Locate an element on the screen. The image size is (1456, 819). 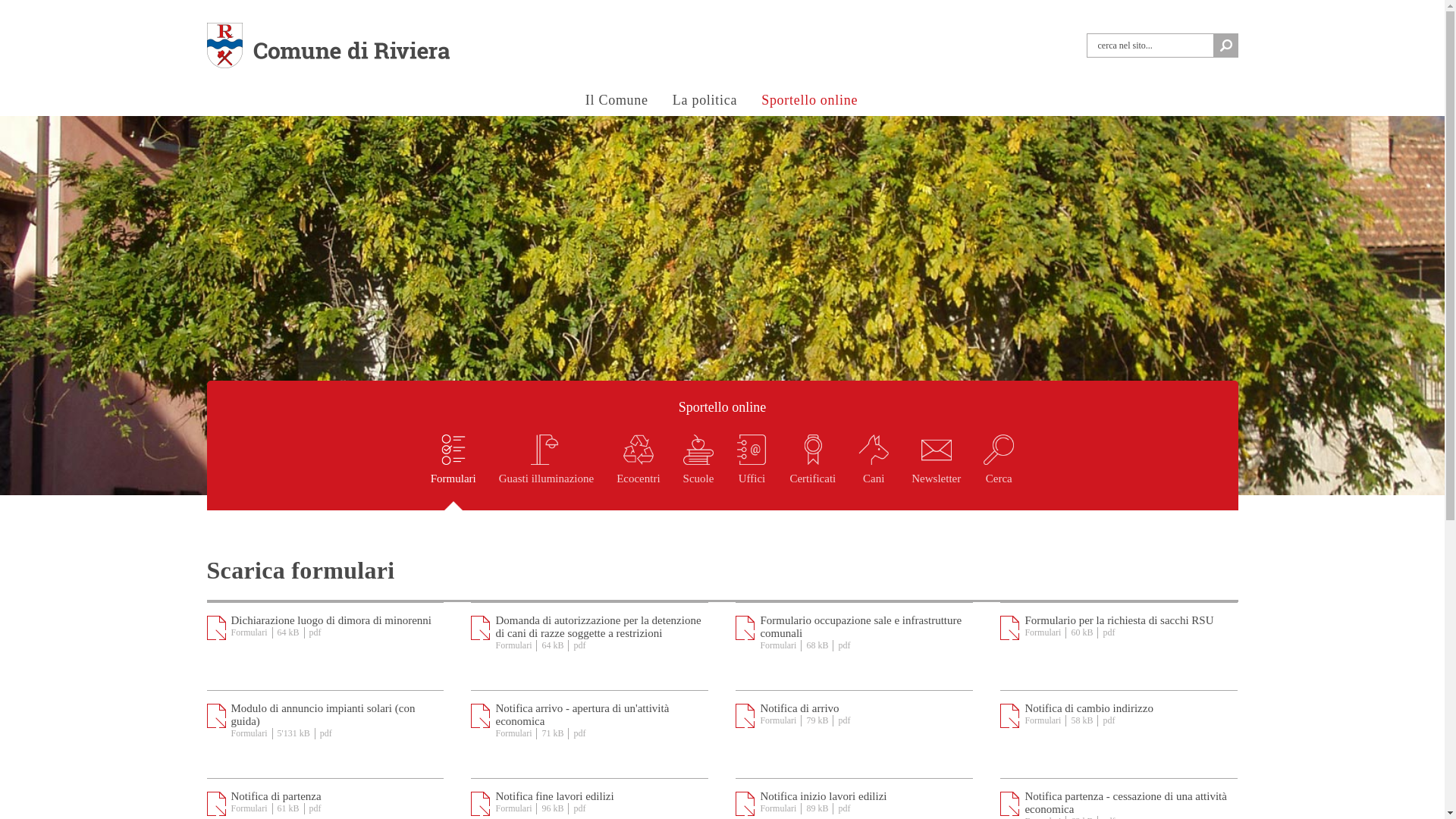
'Newsletter' is located at coordinates (935, 472).